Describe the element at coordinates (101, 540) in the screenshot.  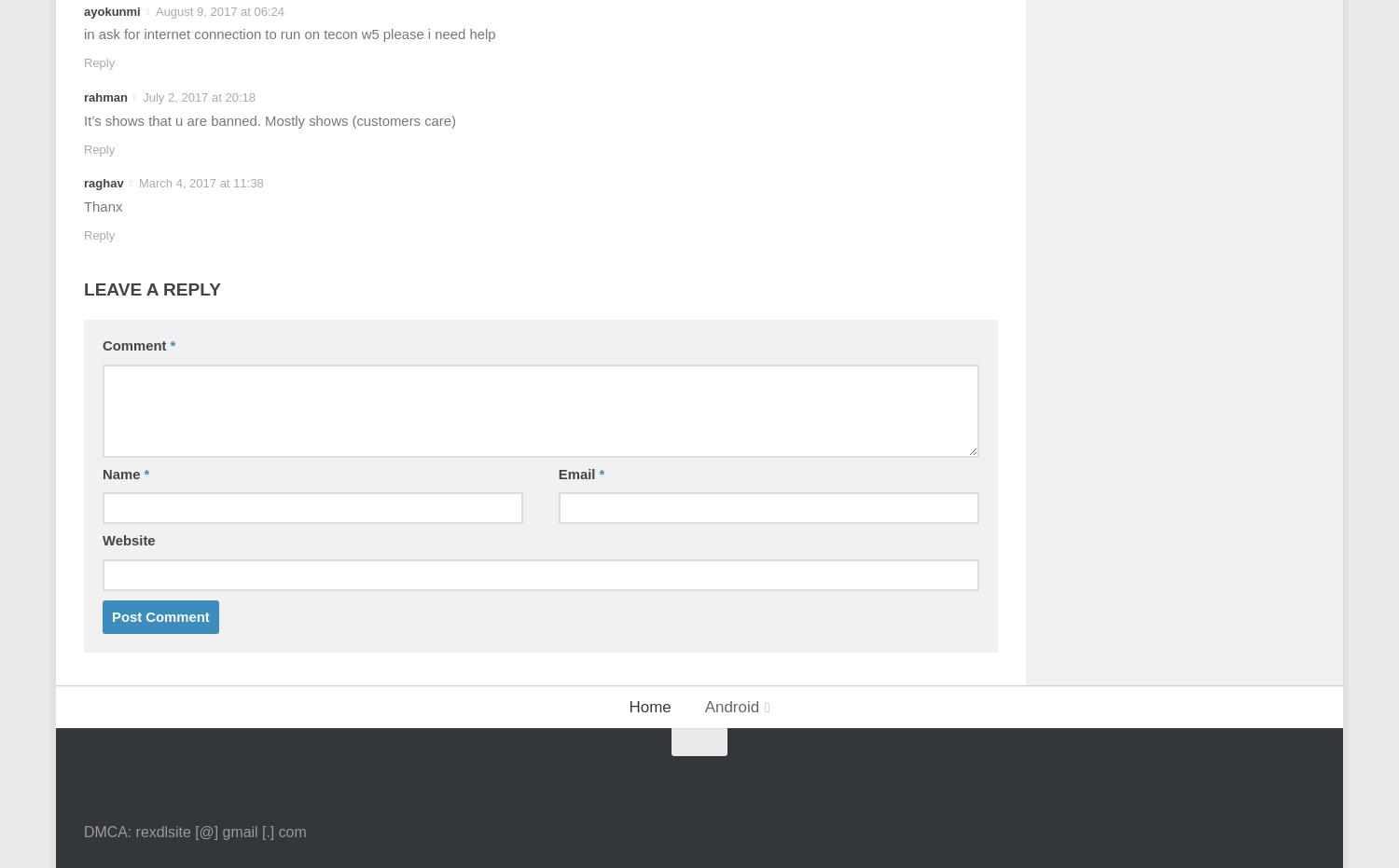
I see `'Website'` at that location.